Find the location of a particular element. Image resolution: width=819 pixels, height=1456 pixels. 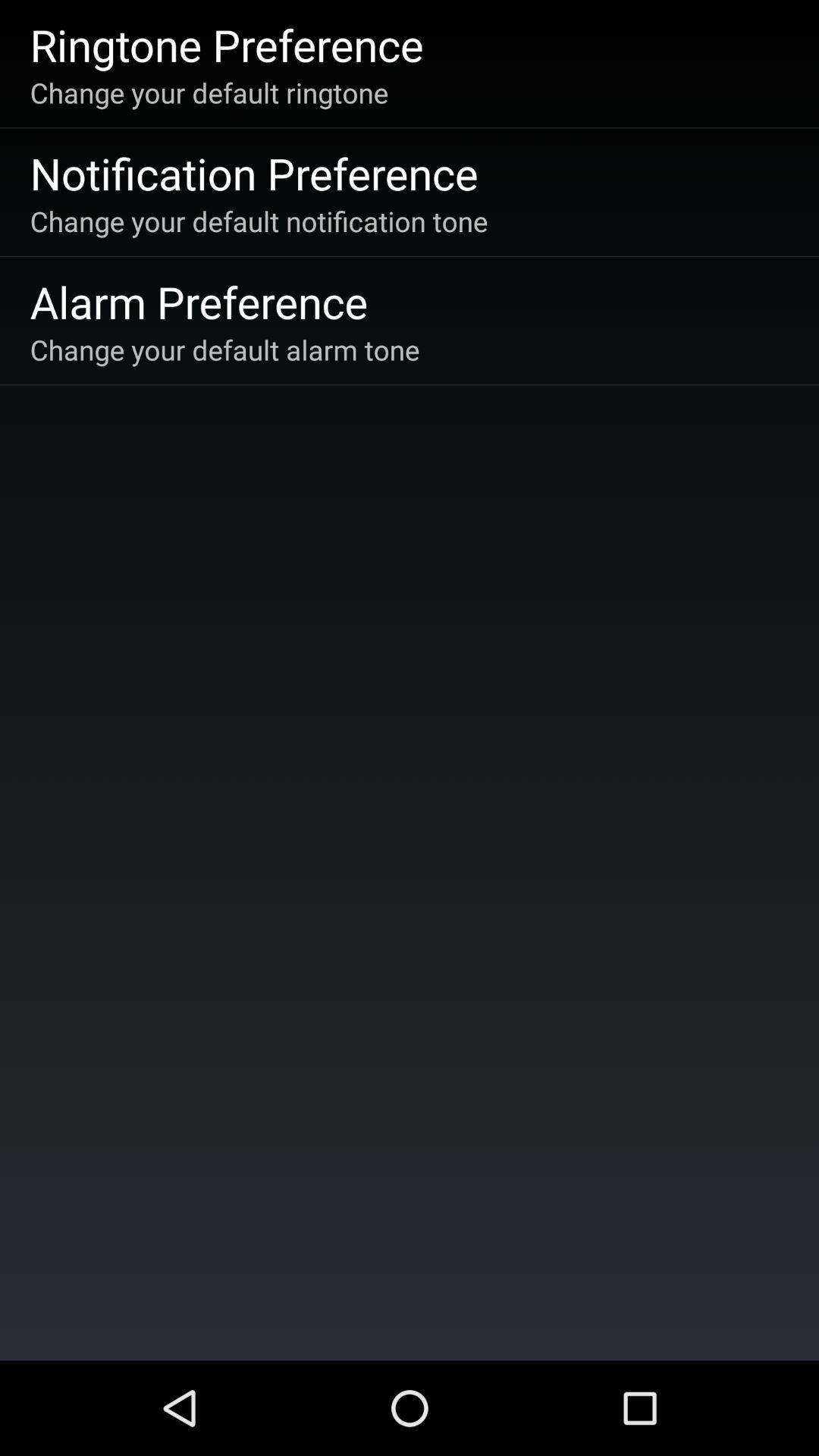

the ringtone preference app is located at coordinates (227, 44).